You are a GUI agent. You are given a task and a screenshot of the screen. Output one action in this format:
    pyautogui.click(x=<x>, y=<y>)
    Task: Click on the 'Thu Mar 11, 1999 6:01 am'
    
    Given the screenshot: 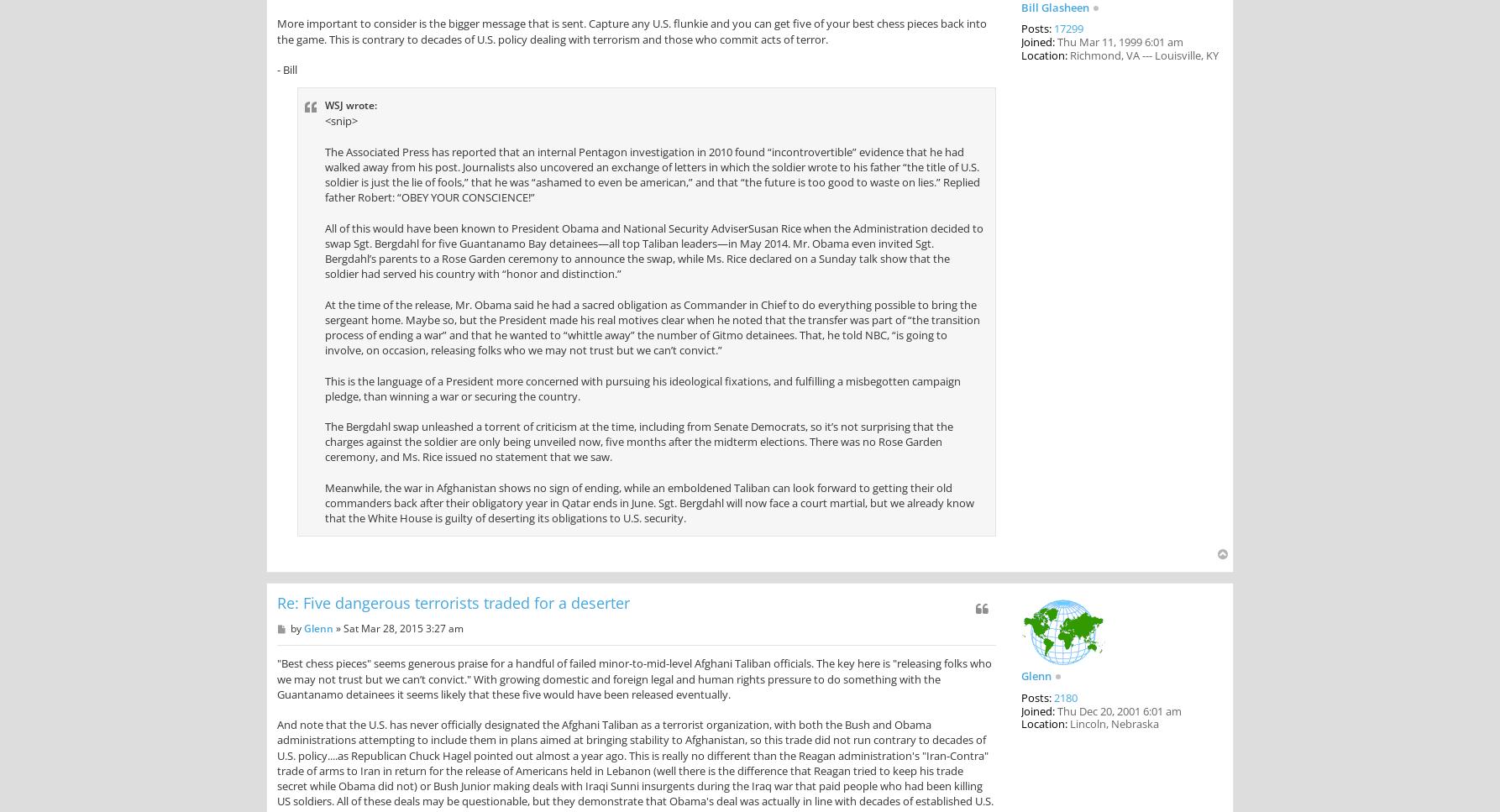 What is the action you would take?
    pyautogui.click(x=1119, y=40)
    